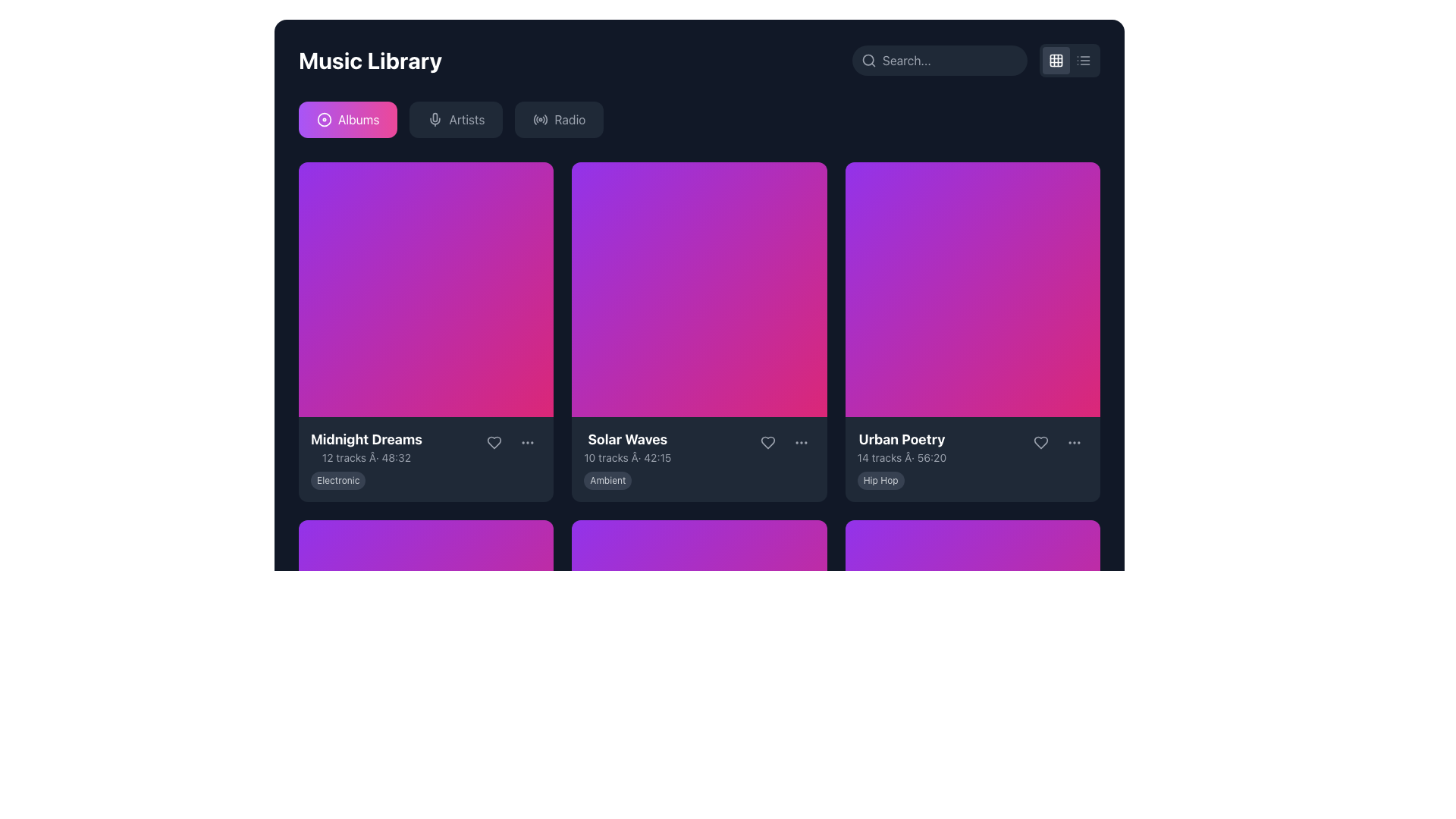 The width and height of the screenshot is (1456, 819). What do you see at coordinates (800, 443) in the screenshot?
I see `the Icon button with an ellipsis symbol located at the bottom-right corner of the 'Solar Waves' card component to trigger a color change` at bounding box center [800, 443].